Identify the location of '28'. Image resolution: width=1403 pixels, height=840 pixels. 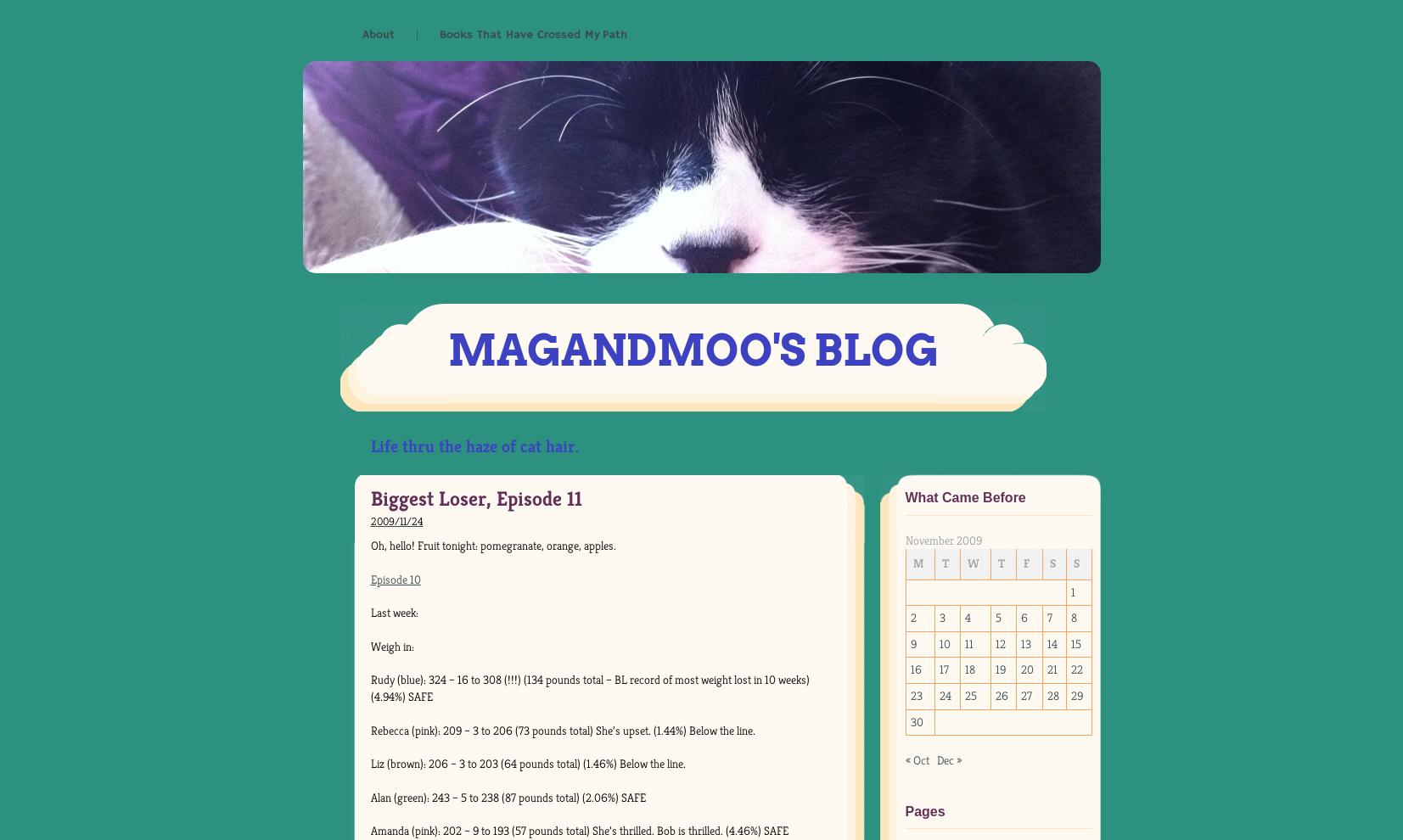
(1052, 695).